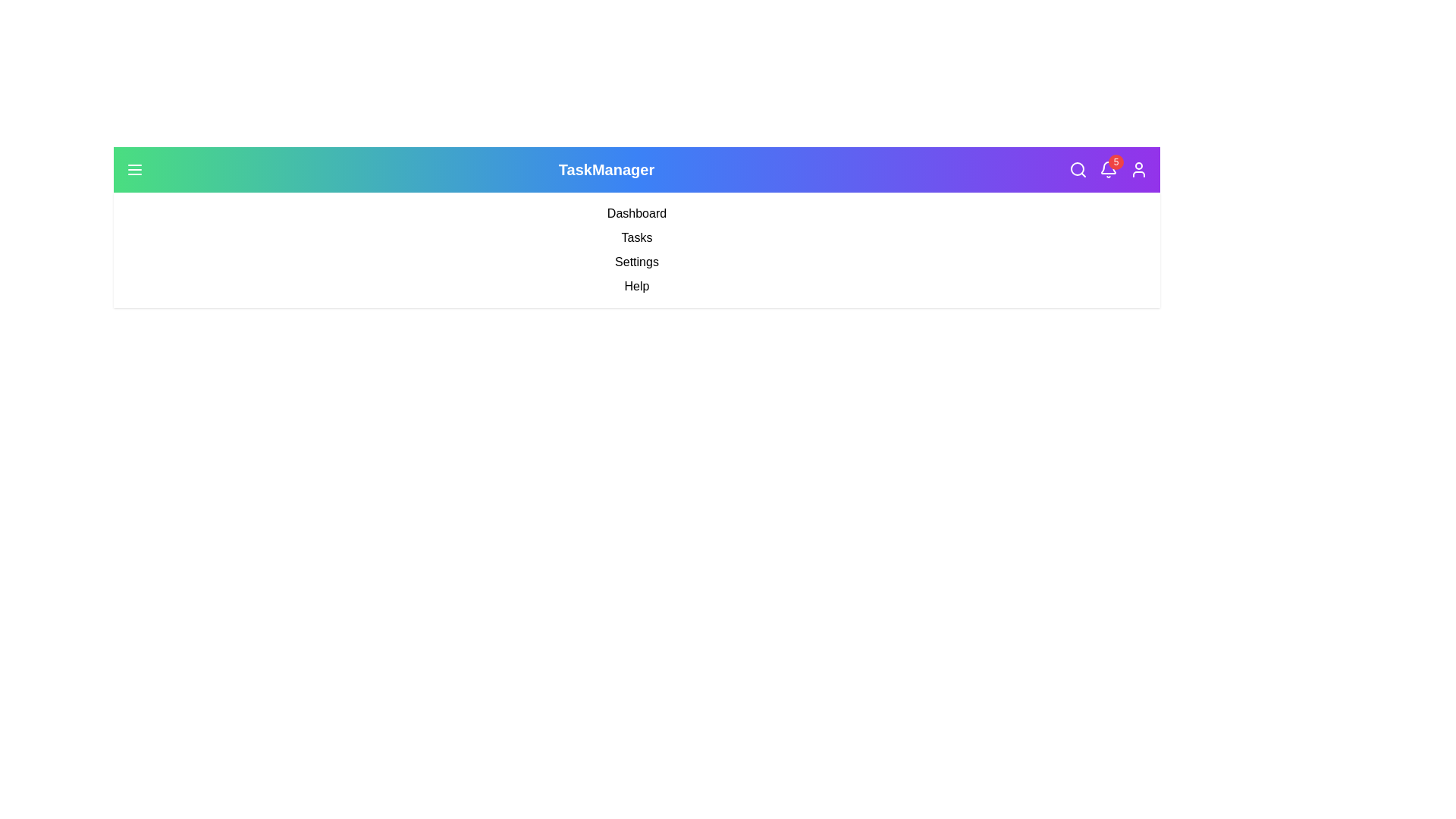 The image size is (1456, 819). What do you see at coordinates (637, 287) in the screenshot?
I see `the static text label displaying 'Help', which is styled in black font on a white background and is the last item in a vertical list of text labels` at bounding box center [637, 287].